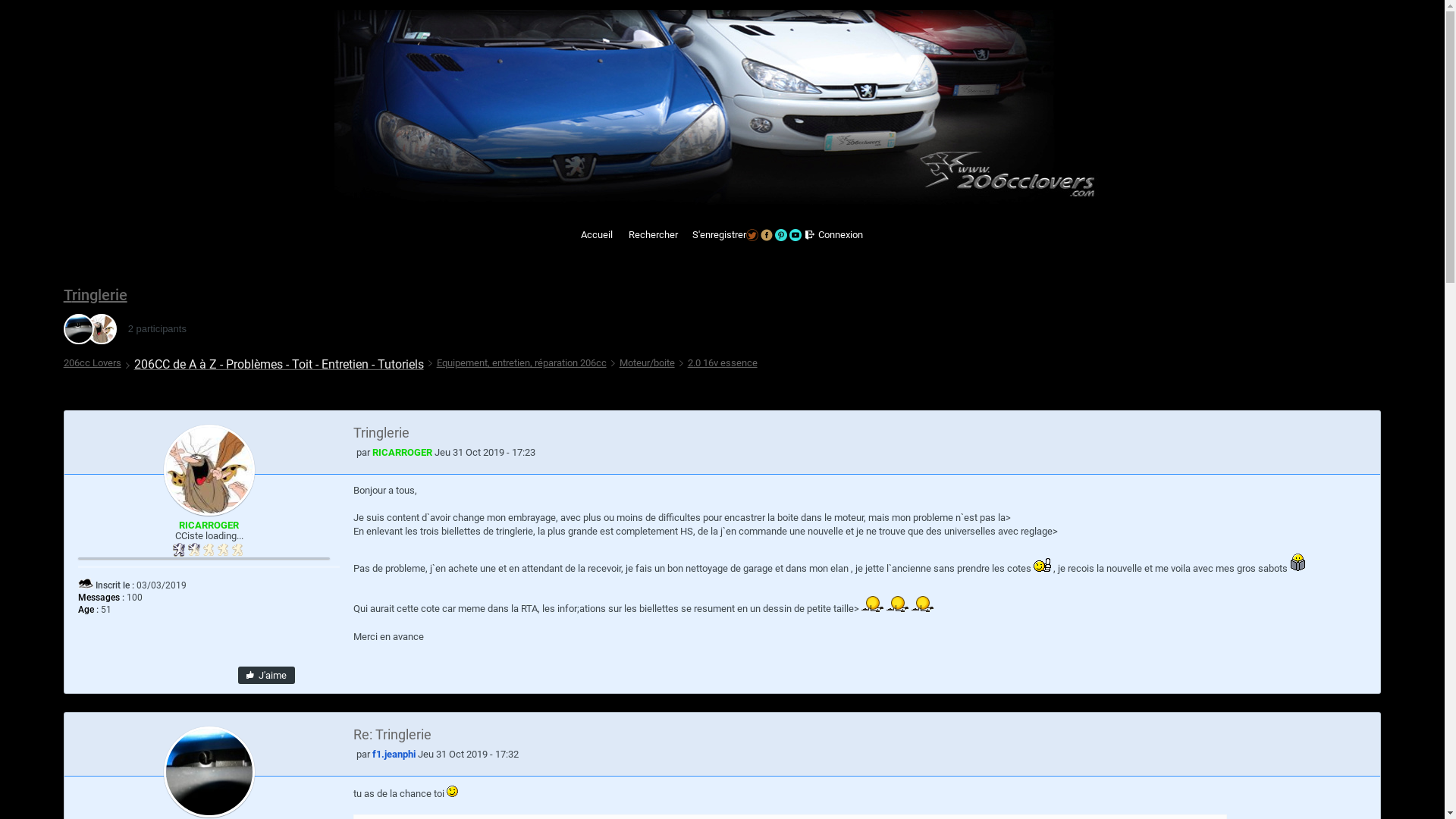  What do you see at coordinates (683, 234) in the screenshot?
I see `'S'enregistrer'` at bounding box center [683, 234].